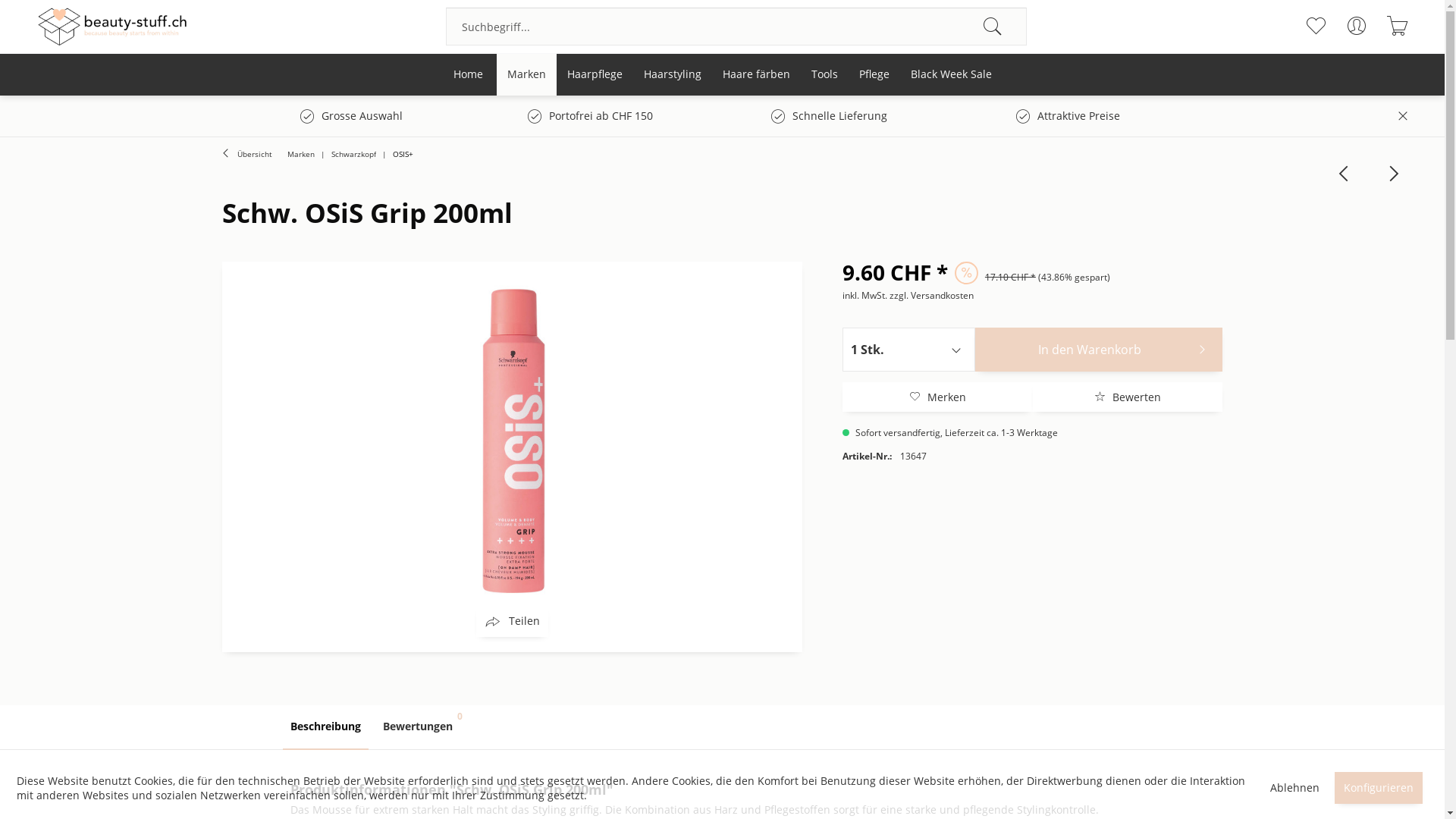  I want to click on 'OSIS+', so click(403, 154).